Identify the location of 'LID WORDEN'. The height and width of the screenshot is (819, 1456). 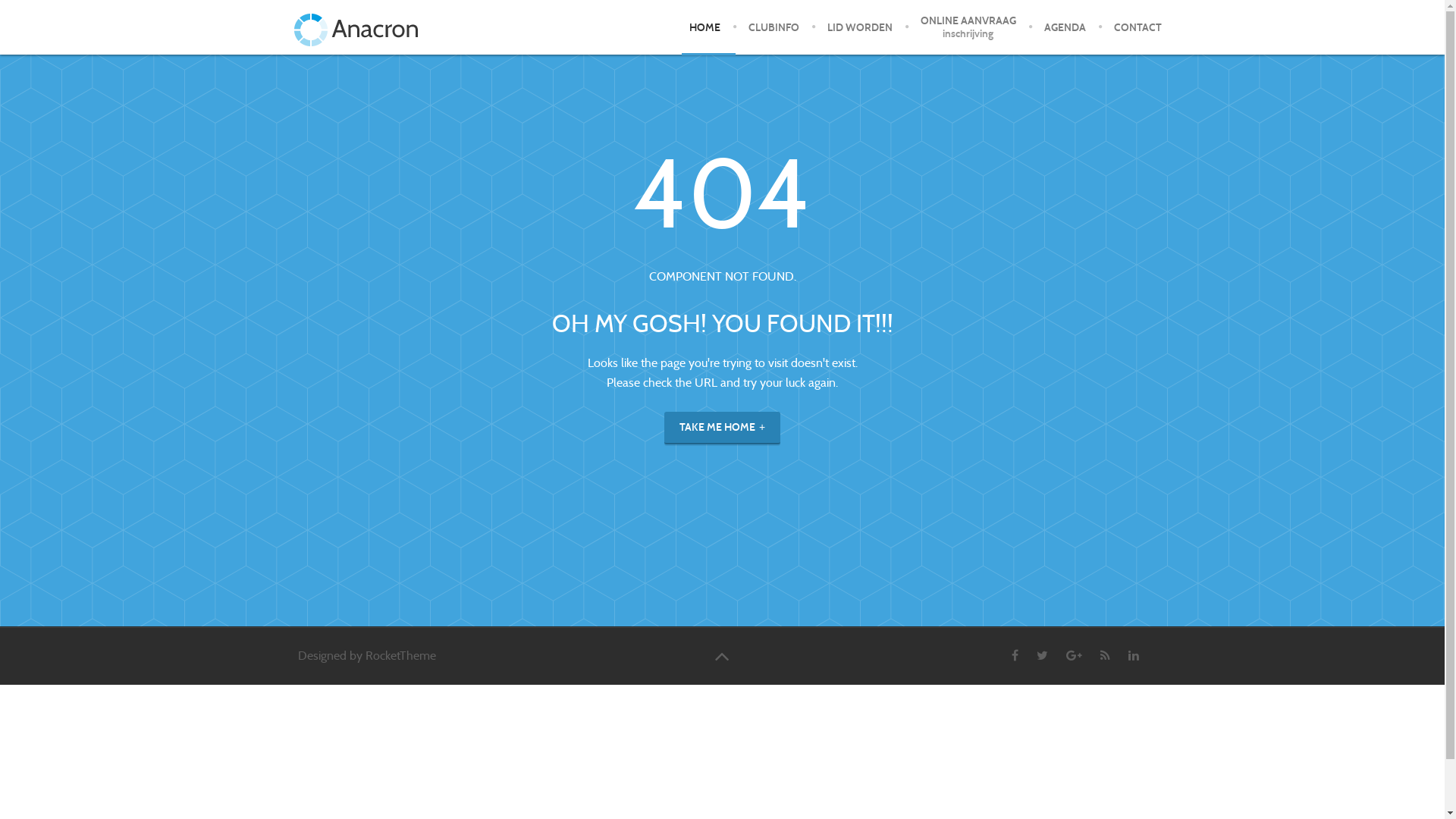
(859, 27).